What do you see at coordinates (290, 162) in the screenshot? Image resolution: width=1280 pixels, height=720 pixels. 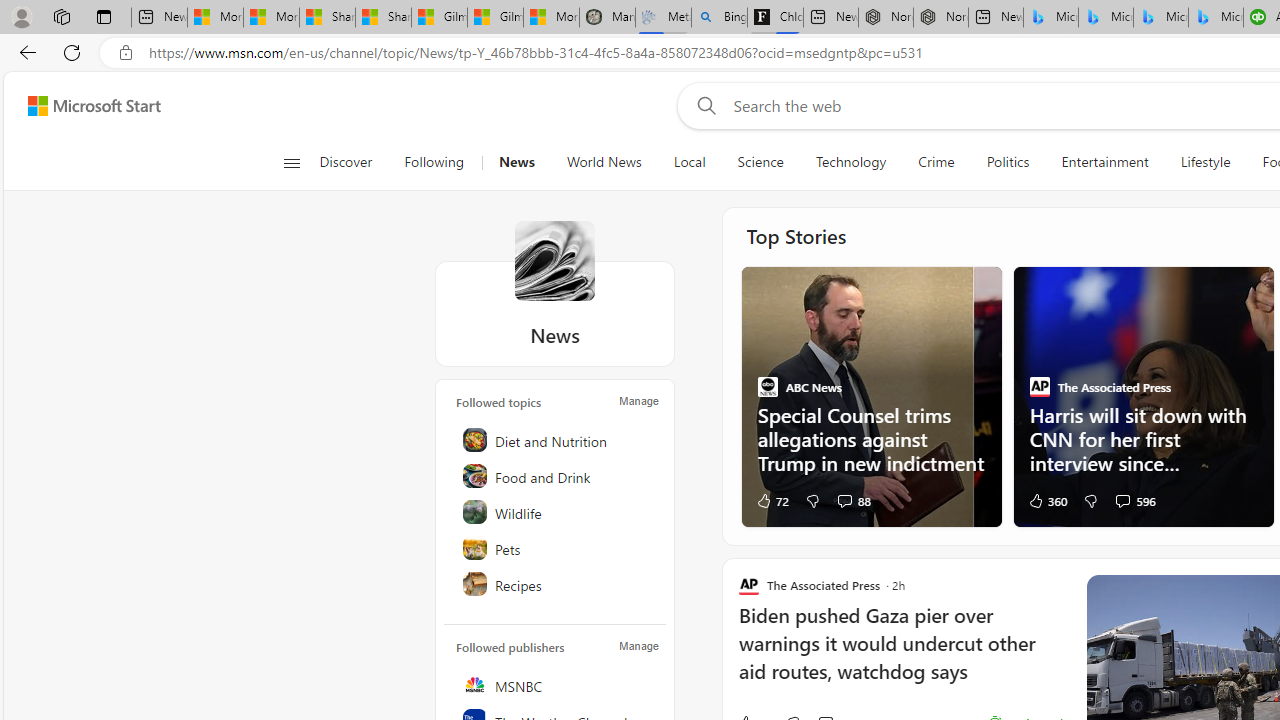 I see `'Class: button-glyph'` at bounding box center [290, 162].